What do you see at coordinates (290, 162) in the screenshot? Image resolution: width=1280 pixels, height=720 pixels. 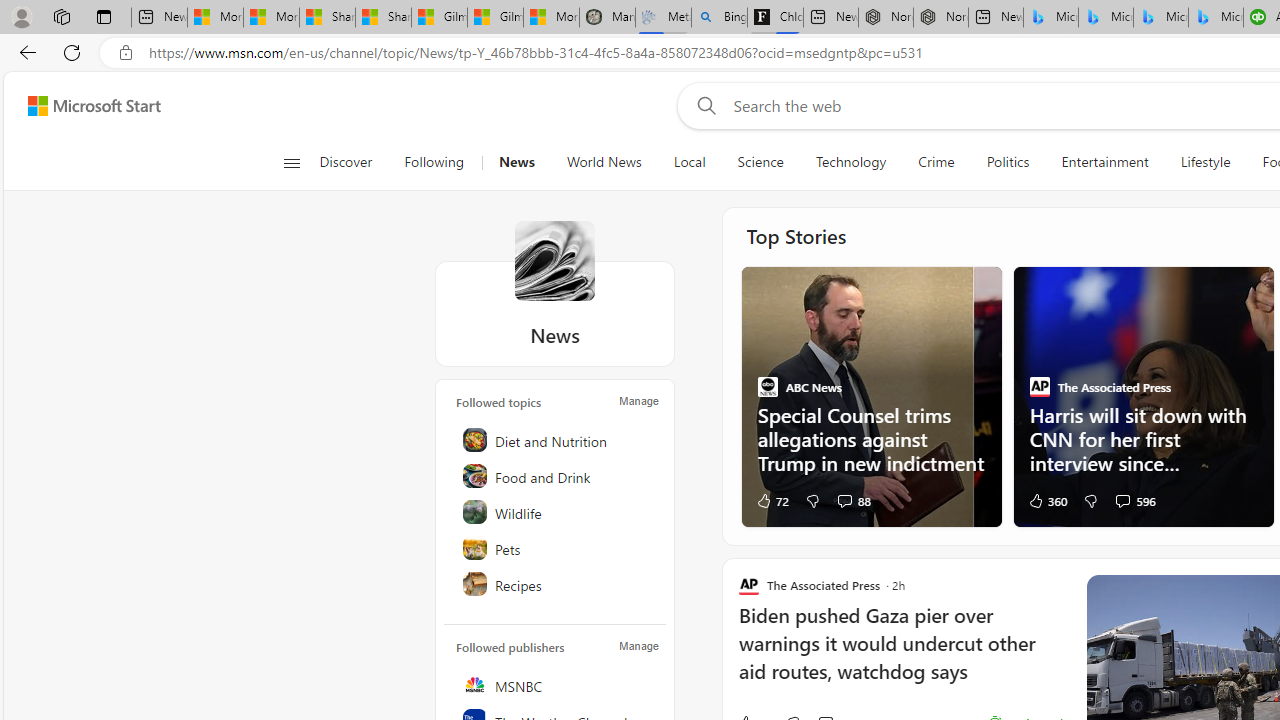 I see `'Class: button-glyph'` at bounding box center [290, 162].